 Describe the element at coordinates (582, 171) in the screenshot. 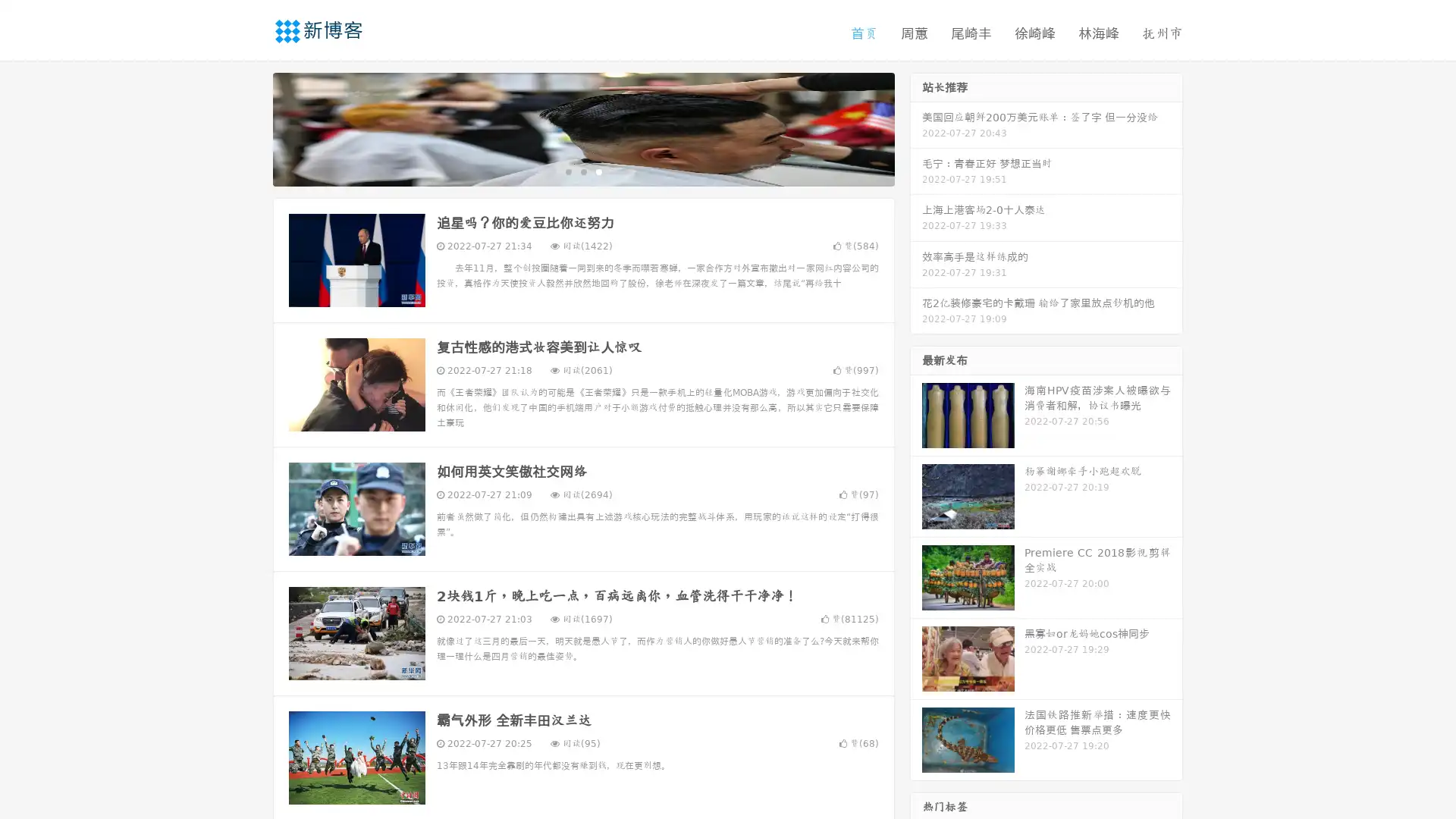

I see `Go to slide 2` at that location.